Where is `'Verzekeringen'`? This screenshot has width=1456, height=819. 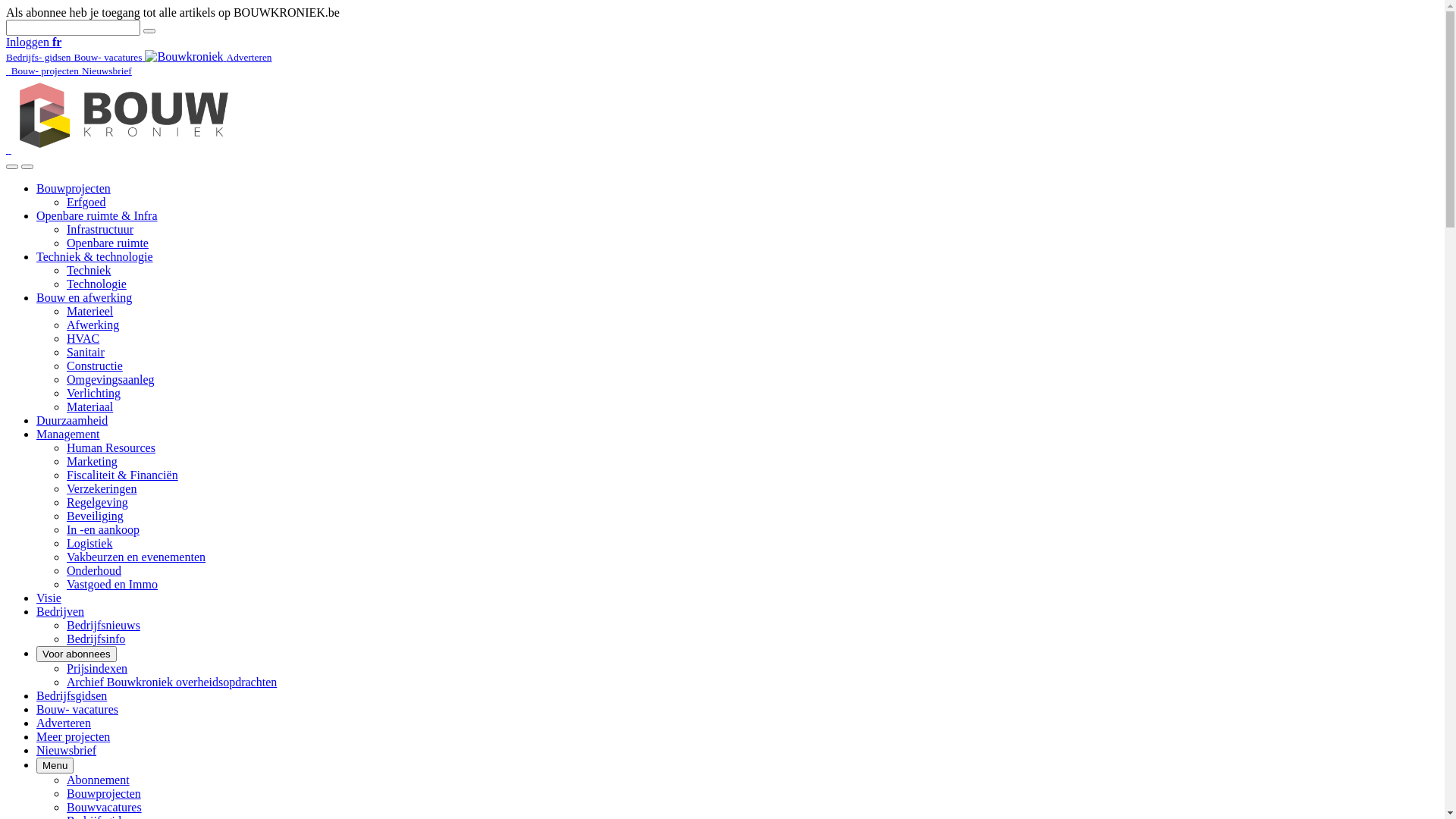
'Verzekeringen' is located at coordinates (101, 488).